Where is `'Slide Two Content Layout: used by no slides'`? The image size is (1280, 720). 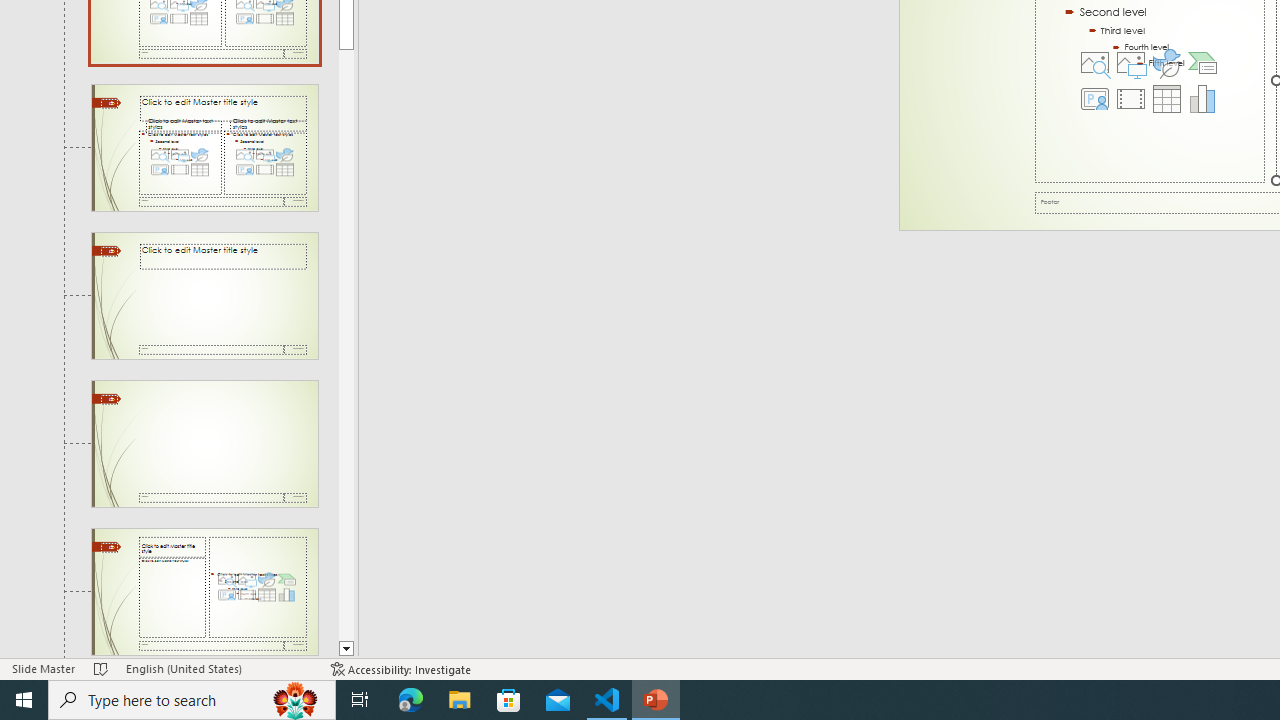 'Slide Two Content Layout: used by no slides' is located at coordinates (204, 146).